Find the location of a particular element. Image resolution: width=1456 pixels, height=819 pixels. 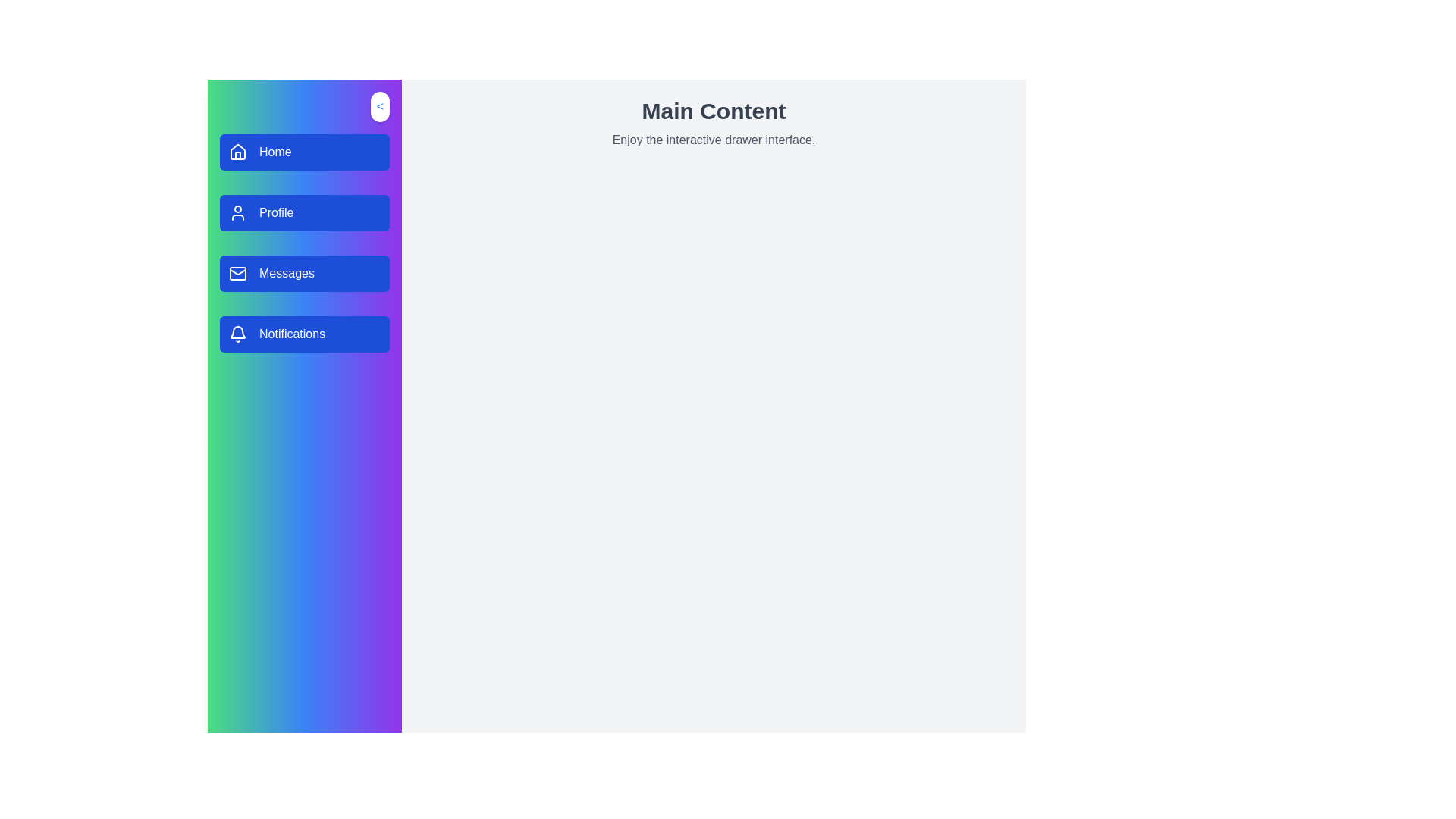

the 'Home' icon located at the top left of the blue rectangular button labeled 'Home' in the sidebar navigation list is located at coordinates (237, 152).